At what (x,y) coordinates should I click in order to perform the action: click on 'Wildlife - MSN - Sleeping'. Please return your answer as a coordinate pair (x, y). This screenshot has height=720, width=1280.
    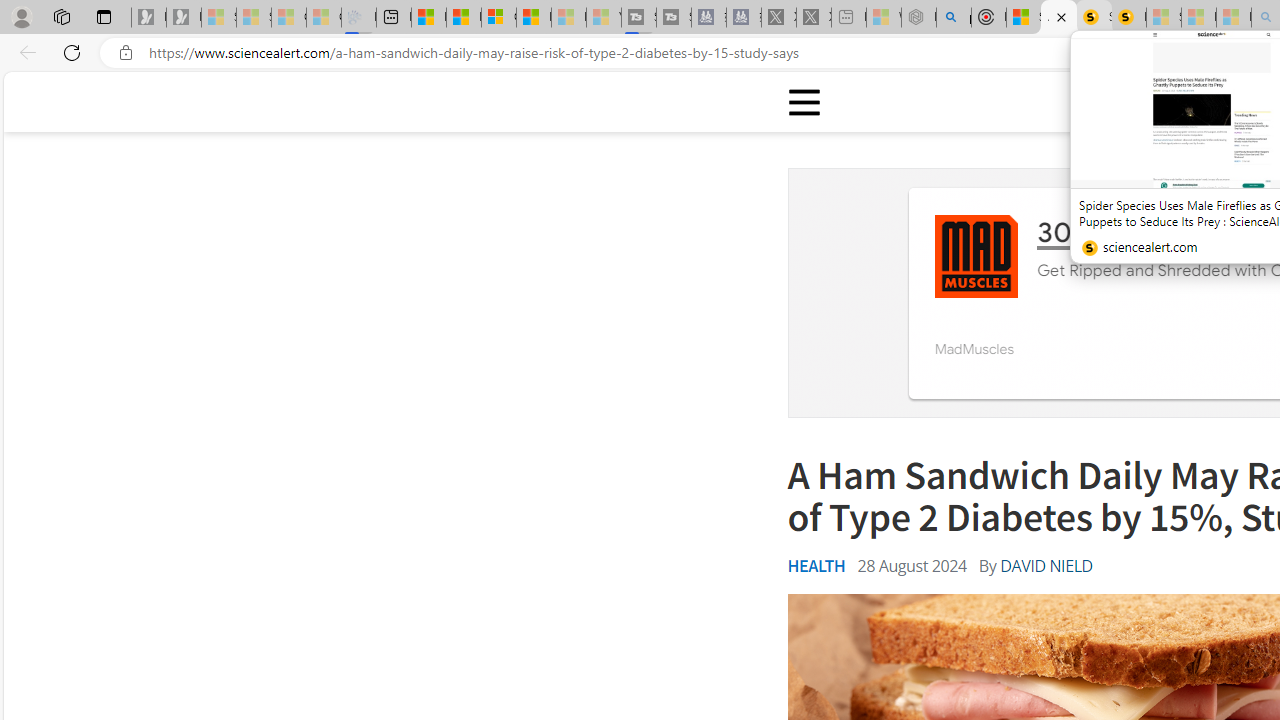
    Looking at the image, I should click on (882, 17).